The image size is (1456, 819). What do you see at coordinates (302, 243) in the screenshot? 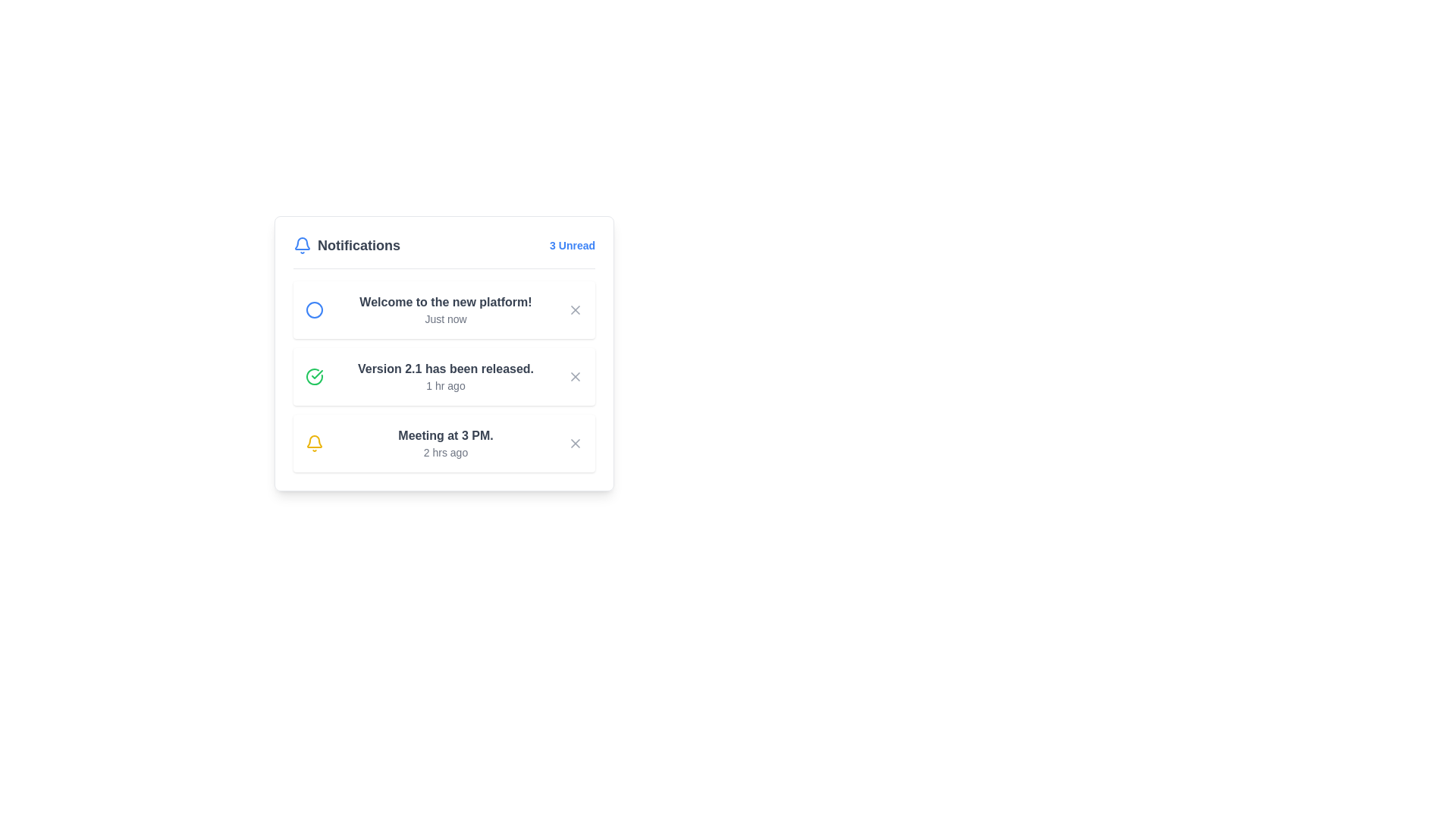
I see `the upper section of the blue bell icon in the notification panel, which is located to the left of the 'Notifications' text` at bounding box center [302, 243].